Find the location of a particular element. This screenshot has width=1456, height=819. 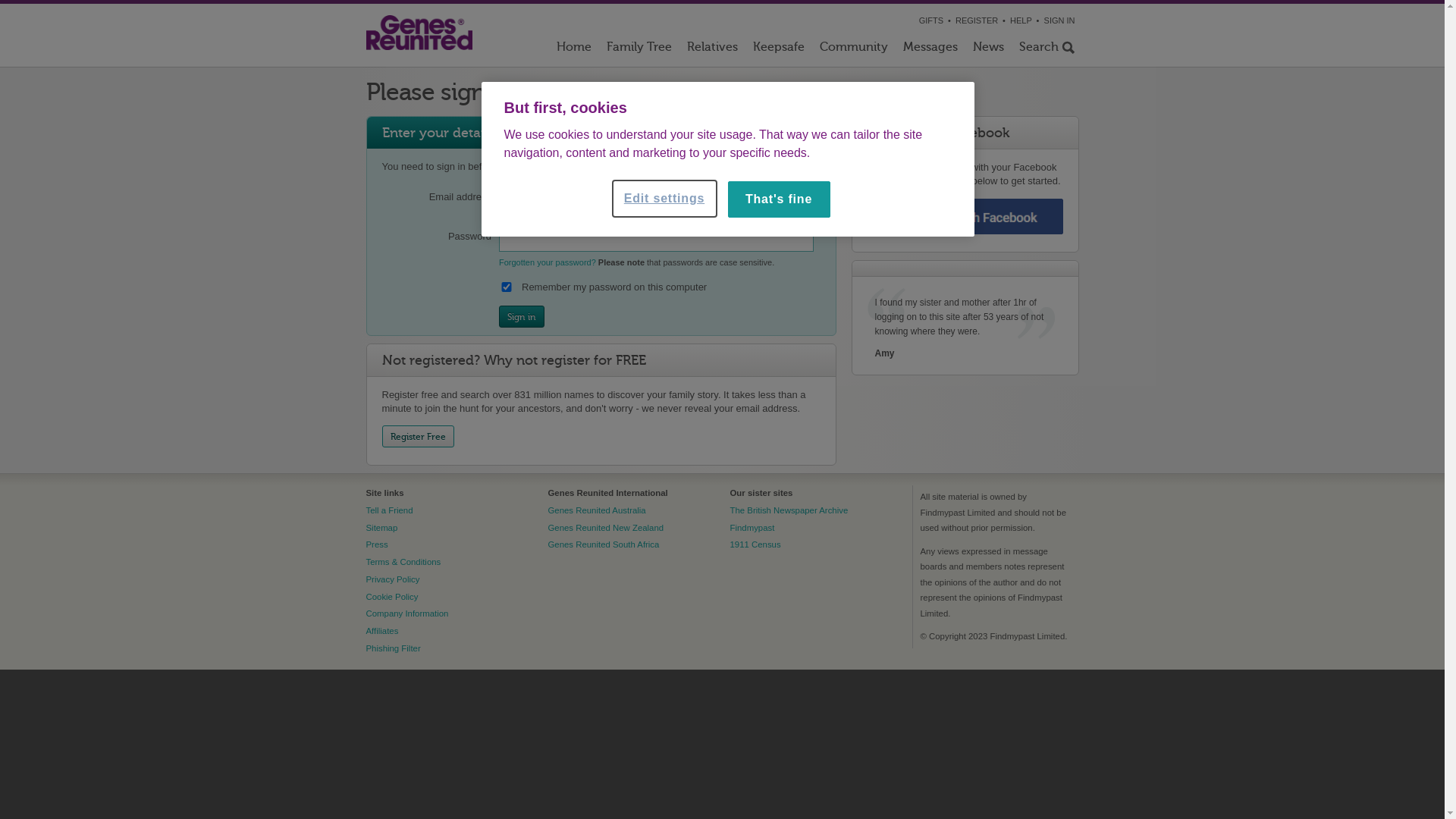

'REGISTER' is located at coordinates (976, 20).